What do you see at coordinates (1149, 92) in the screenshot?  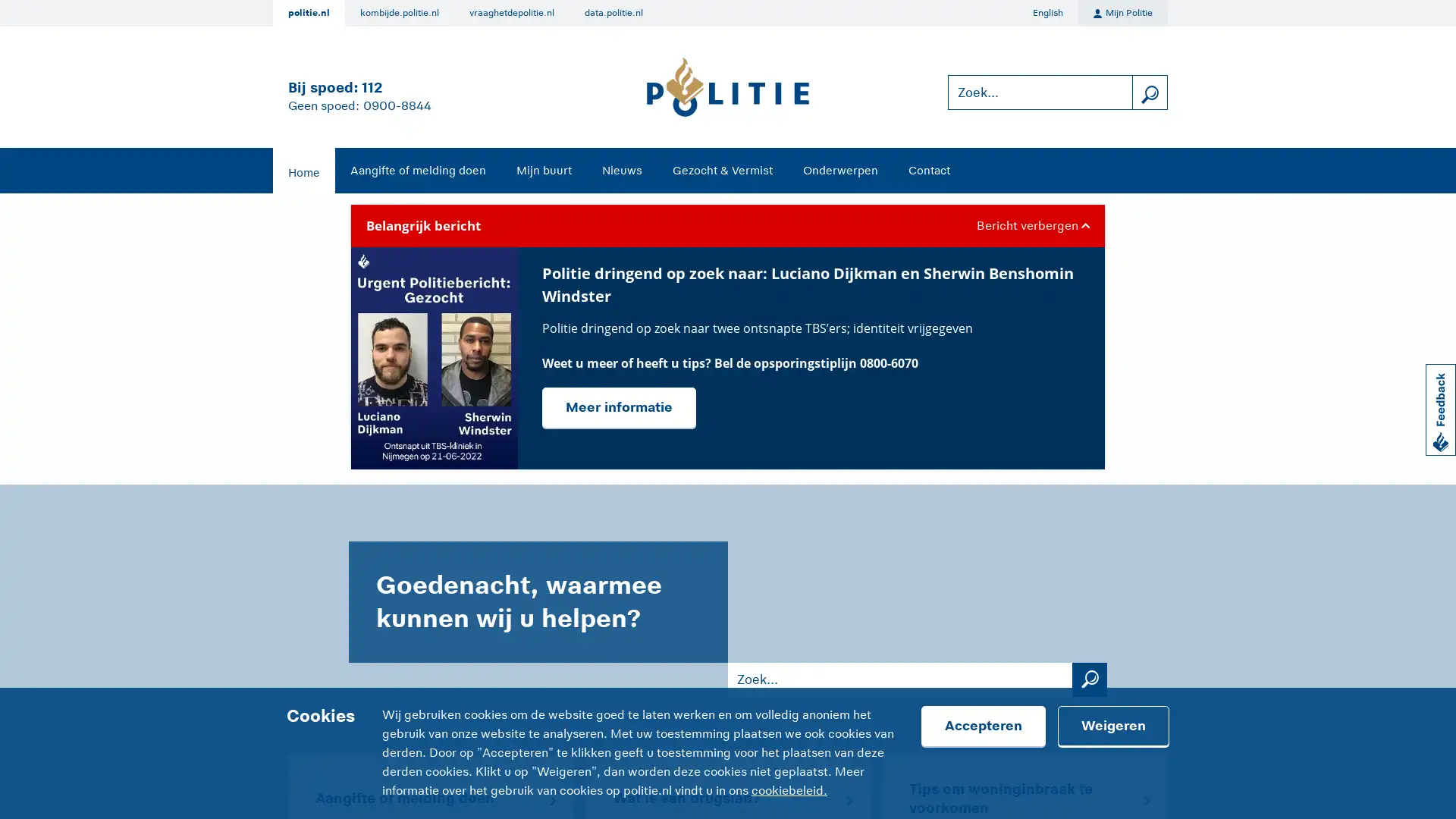 I see `zoeken` at bounding box center [1149, 92].